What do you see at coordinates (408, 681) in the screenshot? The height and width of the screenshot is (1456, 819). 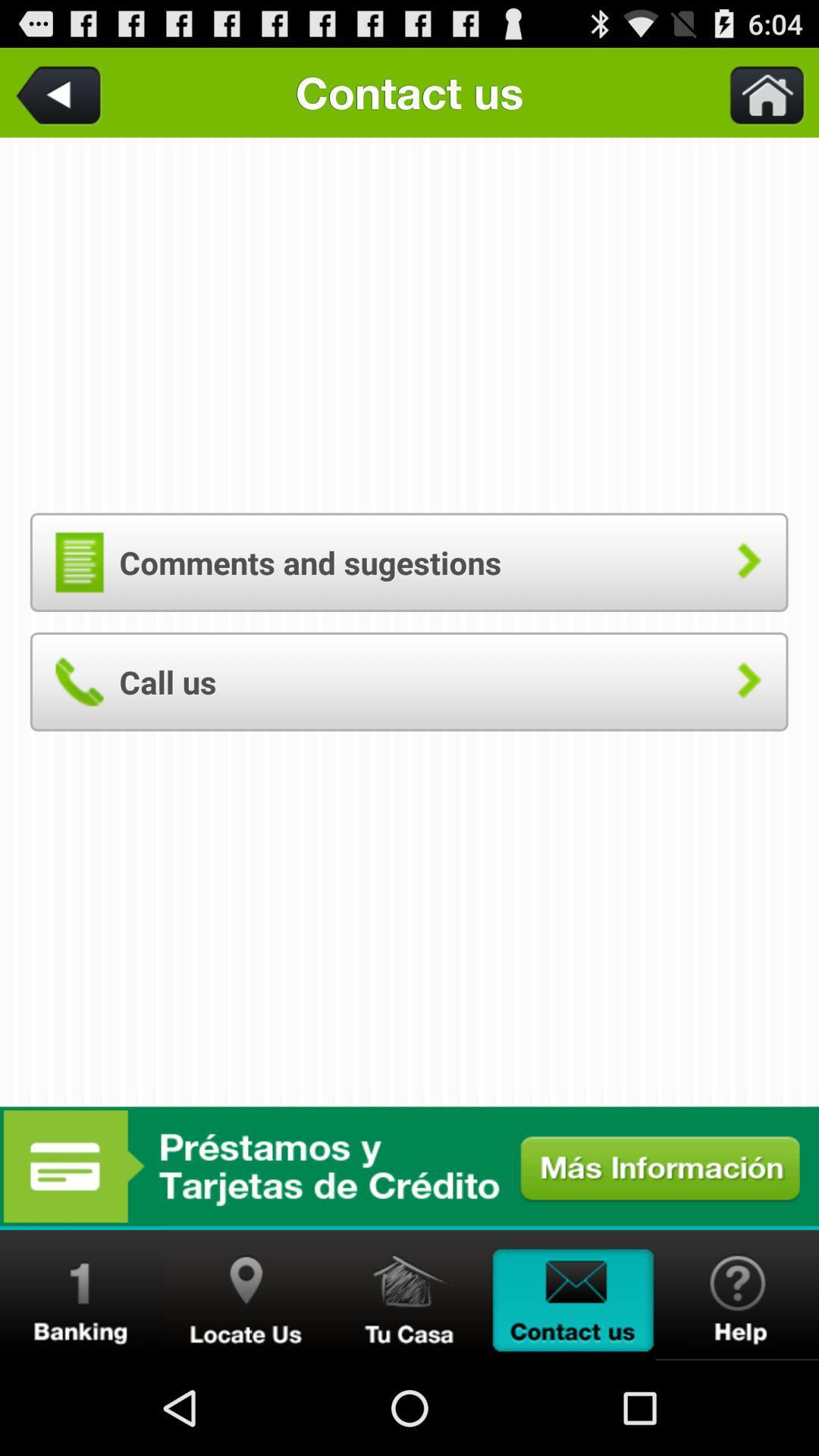 I see `the call us` at bounding box center [408, 681].